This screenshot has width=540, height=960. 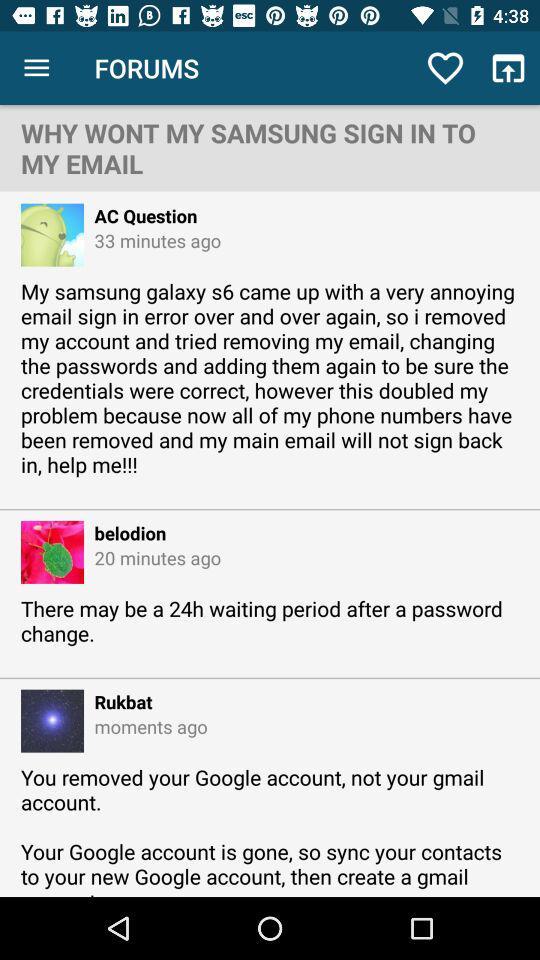 What do you see at coordinates (118, 701) in the screenshot?
I see `rukbat item` at bounding box center [118, 701].